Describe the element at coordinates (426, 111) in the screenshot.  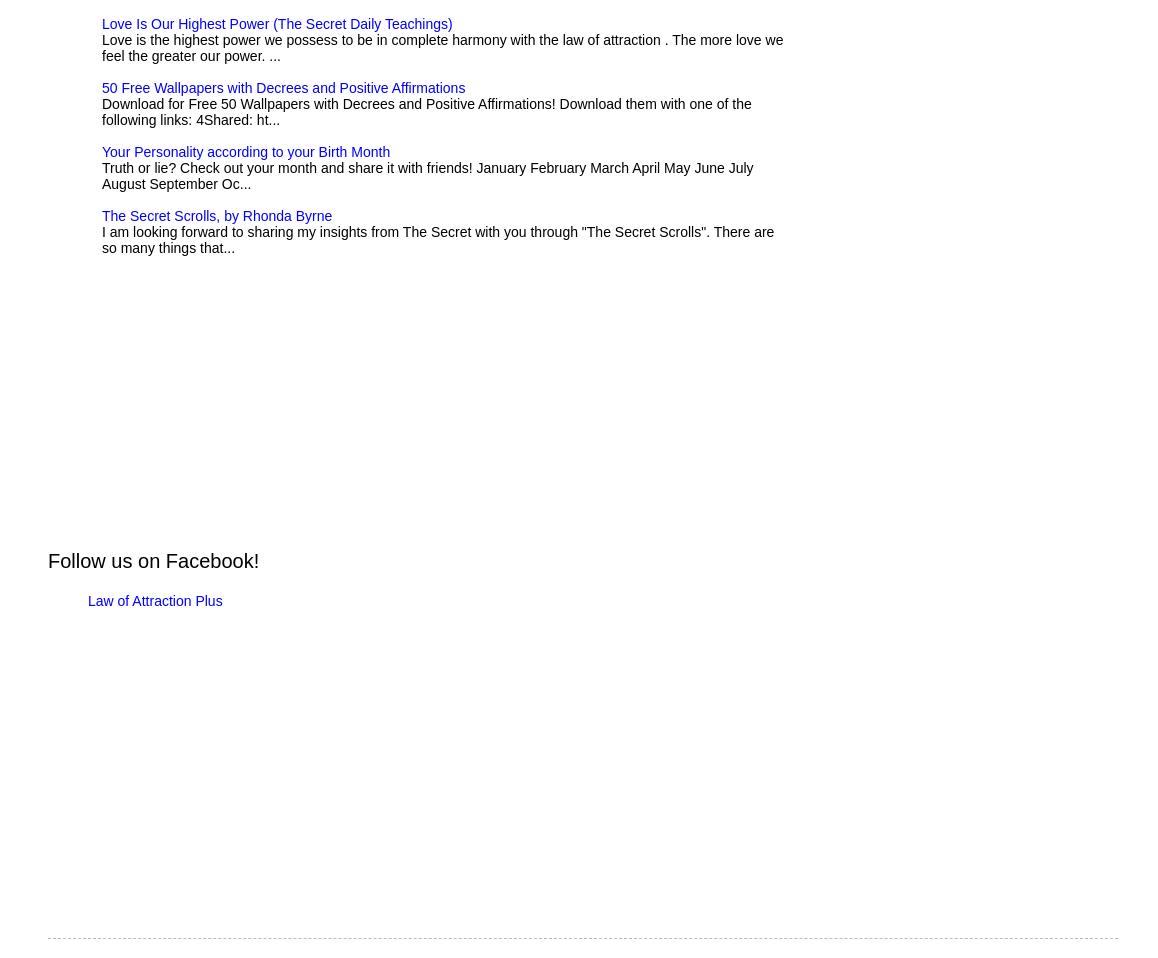
I see `'Download for Free 50 Wallpapers with Decrees and Positive Affirmations!   Download them with one of the following links:   4Shared:  ht...'` at that location.